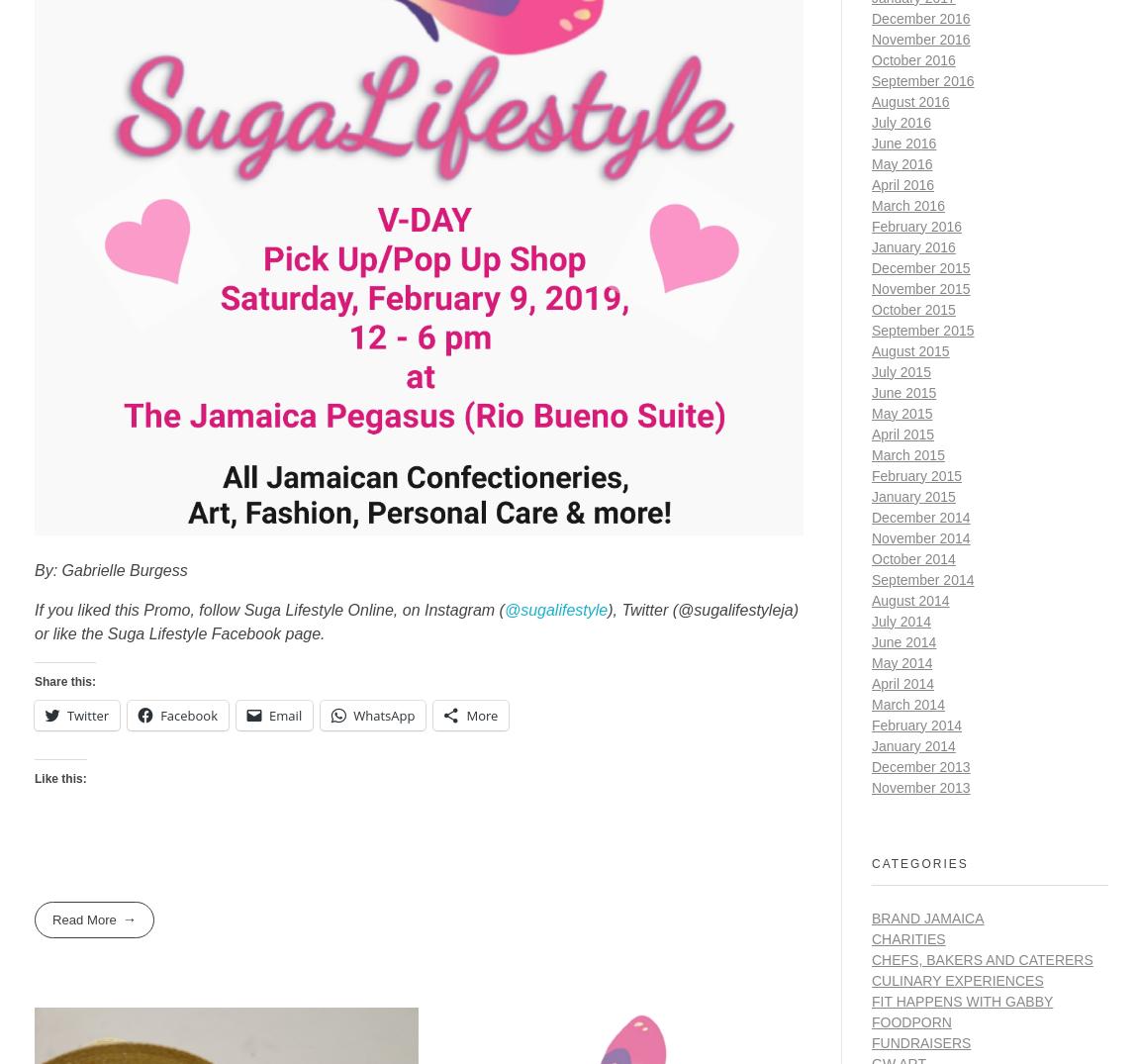  Describe the element at coordinates (916, 225) in the screenshot. I see `'February 2016'` at that location.